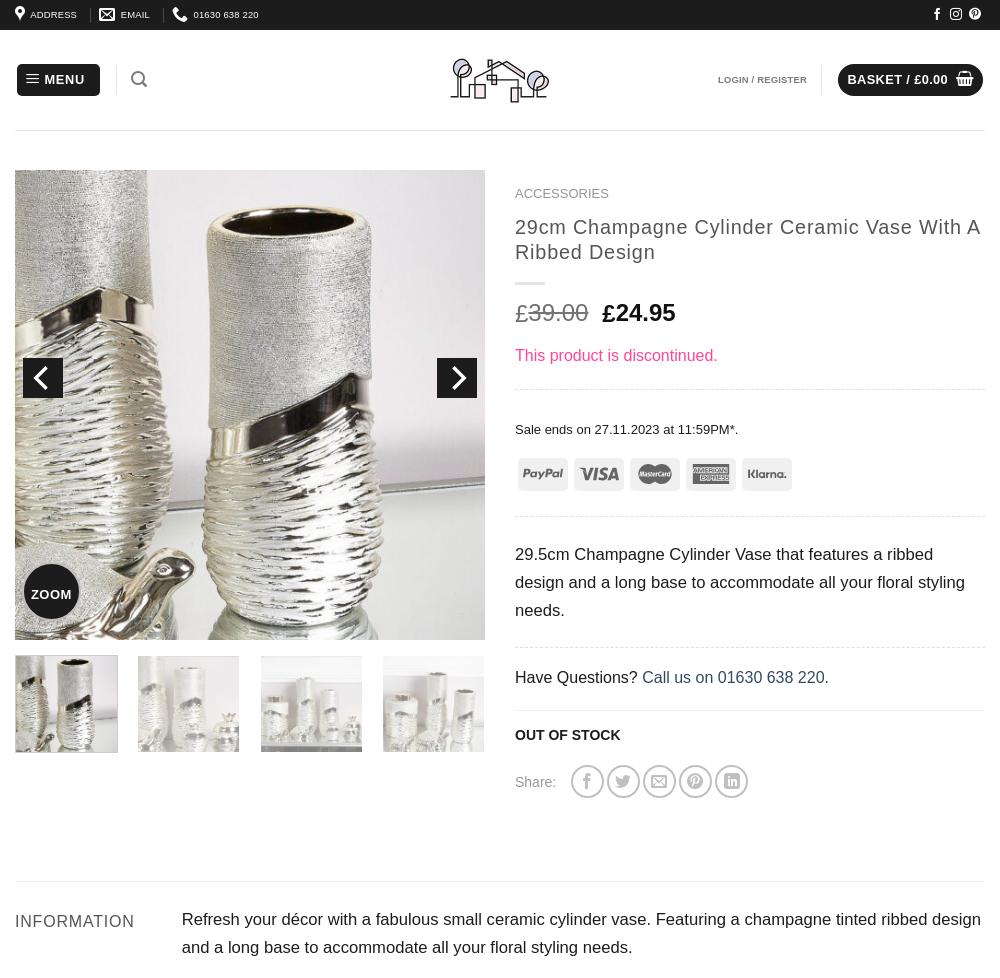  I want to click on '39.00', so click(558, 311).